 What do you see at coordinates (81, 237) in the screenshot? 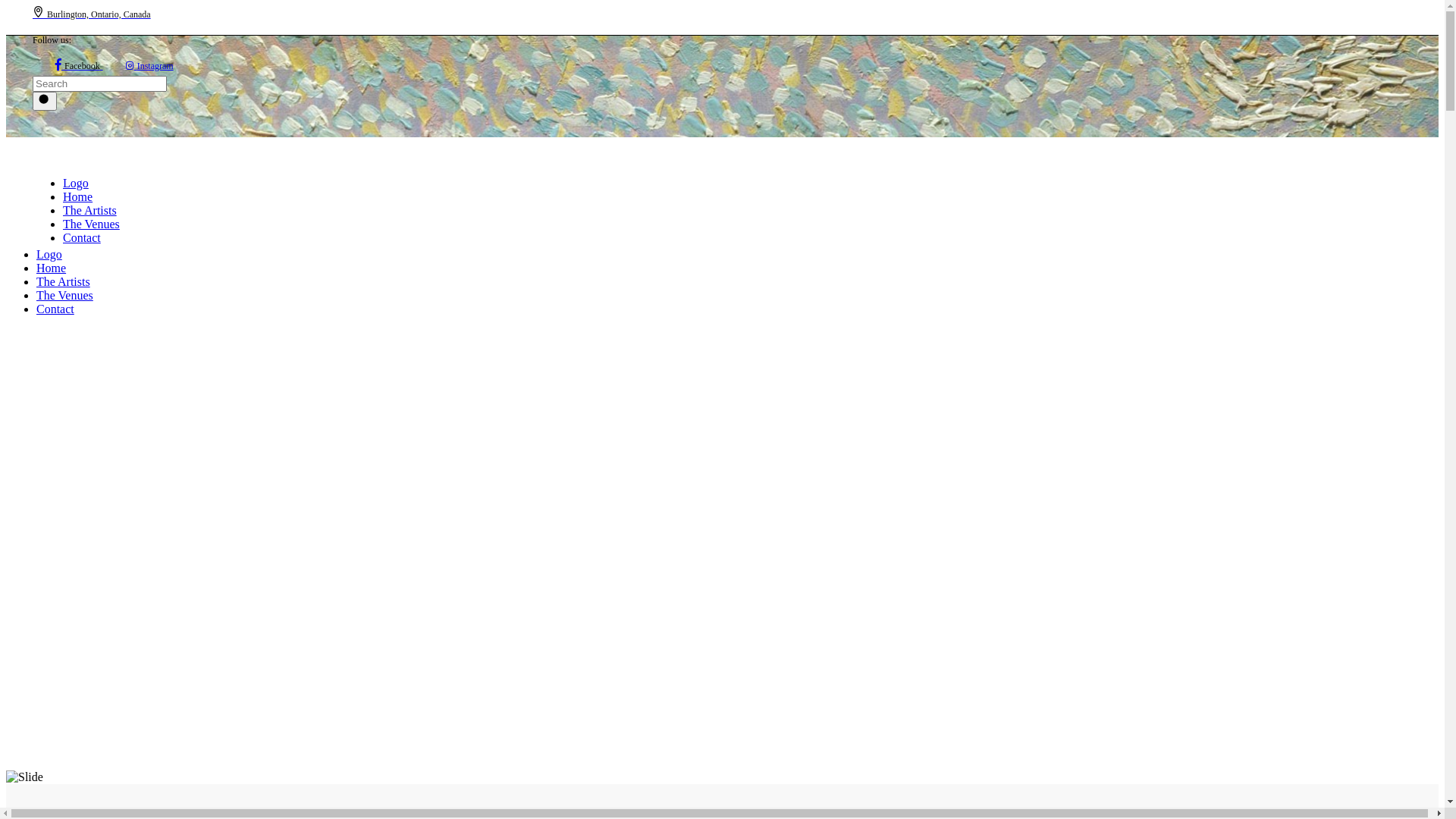
I see `'Contact'` at bounding box center [81, 237].